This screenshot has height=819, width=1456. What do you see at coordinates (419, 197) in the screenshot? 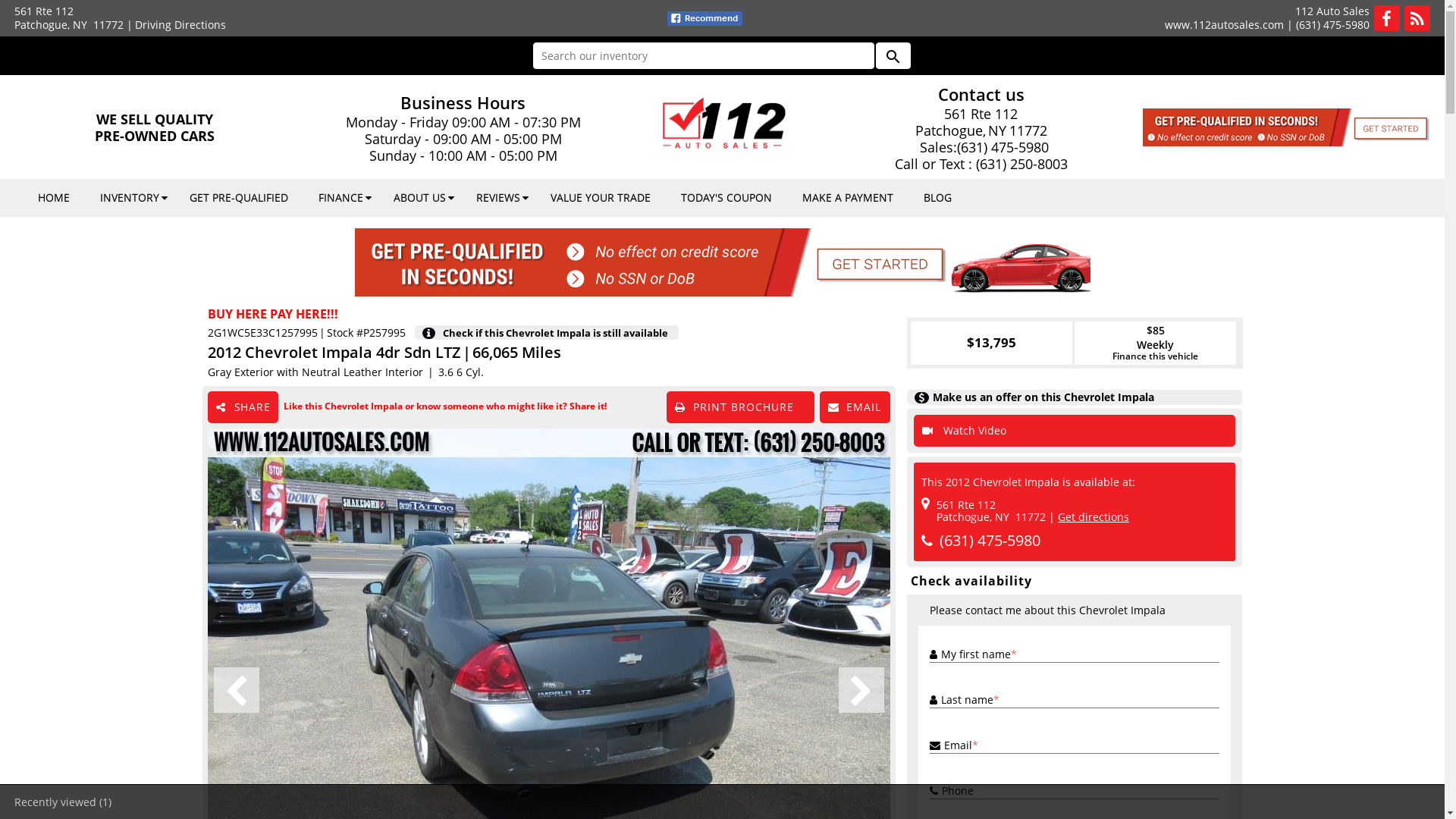
I see `'ABOUT US'` at bounding box center [419, 197].